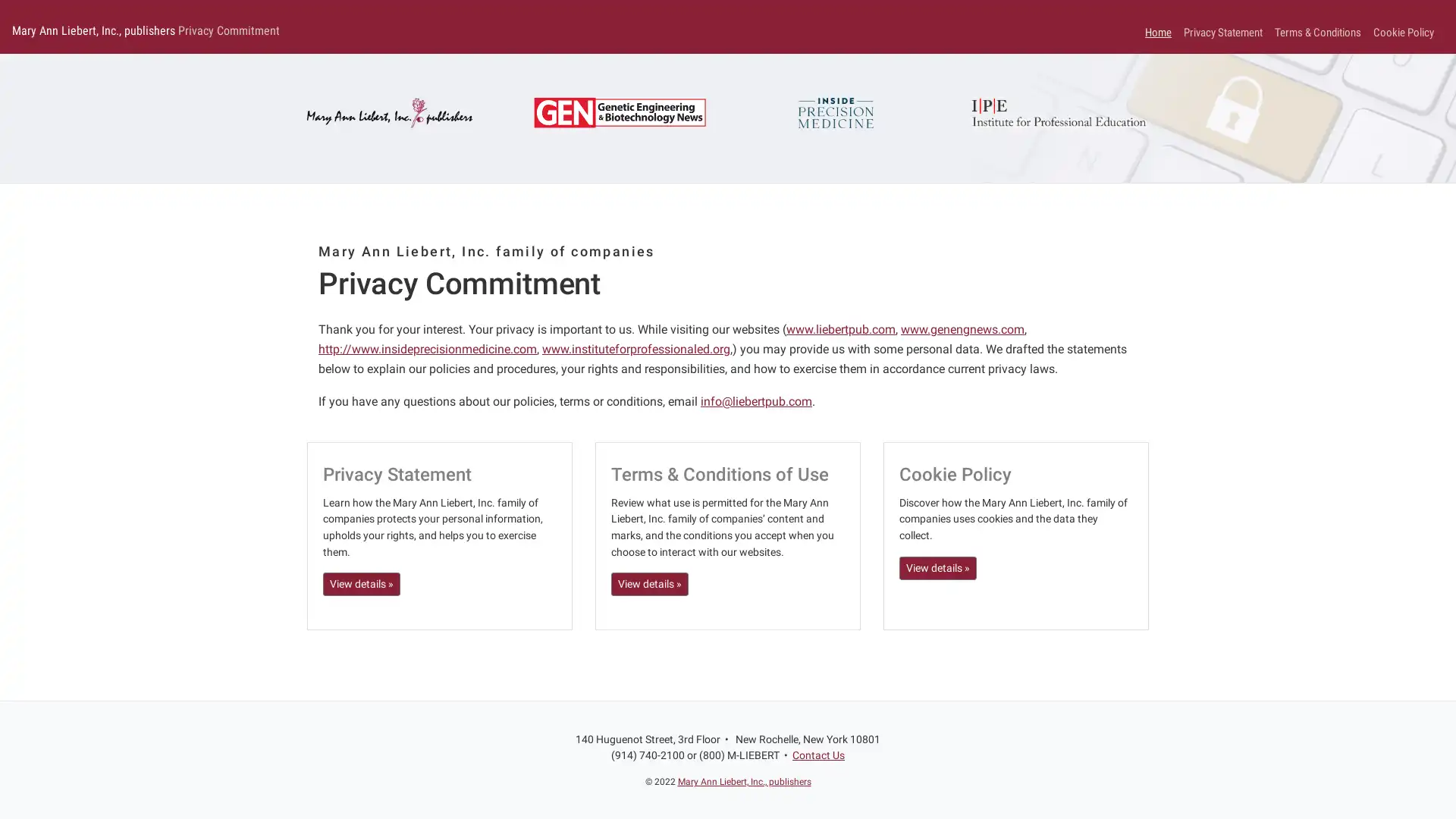  I want to click on View details, so click(360, 583).